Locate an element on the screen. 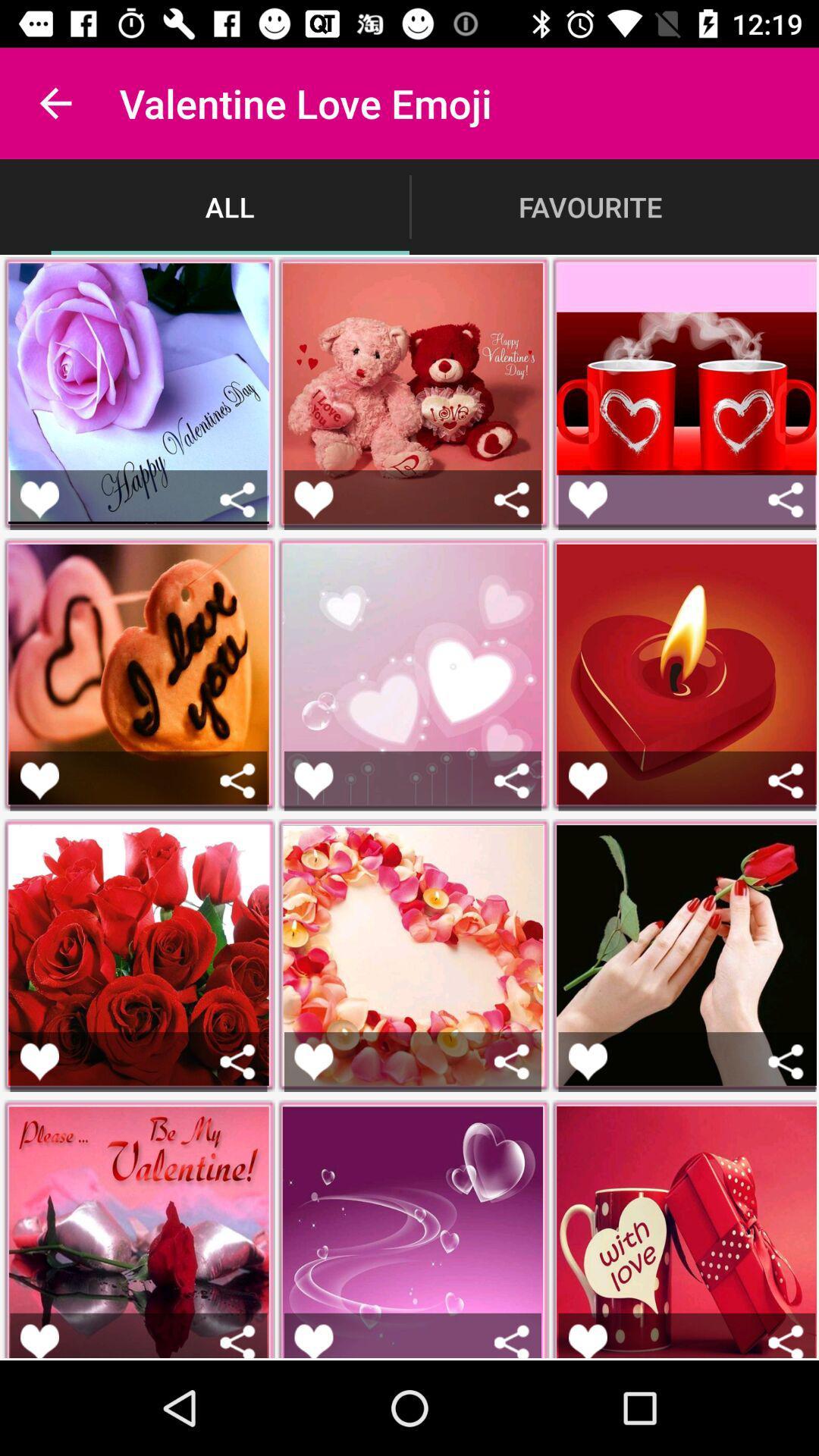 Image resolution: width=819 pixels, height=1456 pixels. share emoji is located at coordinates (237, 1341).